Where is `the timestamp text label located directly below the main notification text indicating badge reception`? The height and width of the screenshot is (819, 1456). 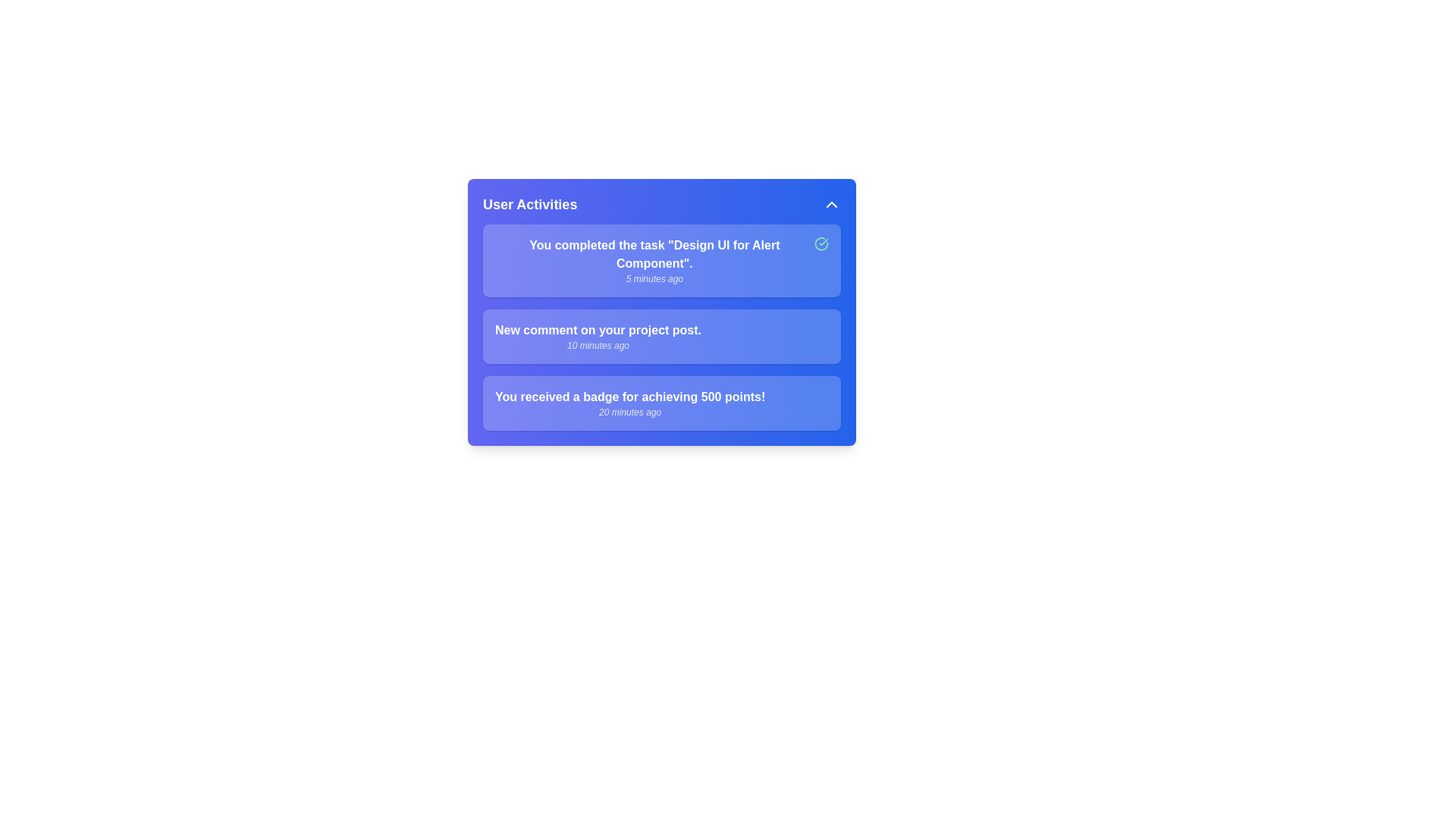
the timestamp text label located directly below the main notification text indicating badge reception is located at coordinates (630, 412).